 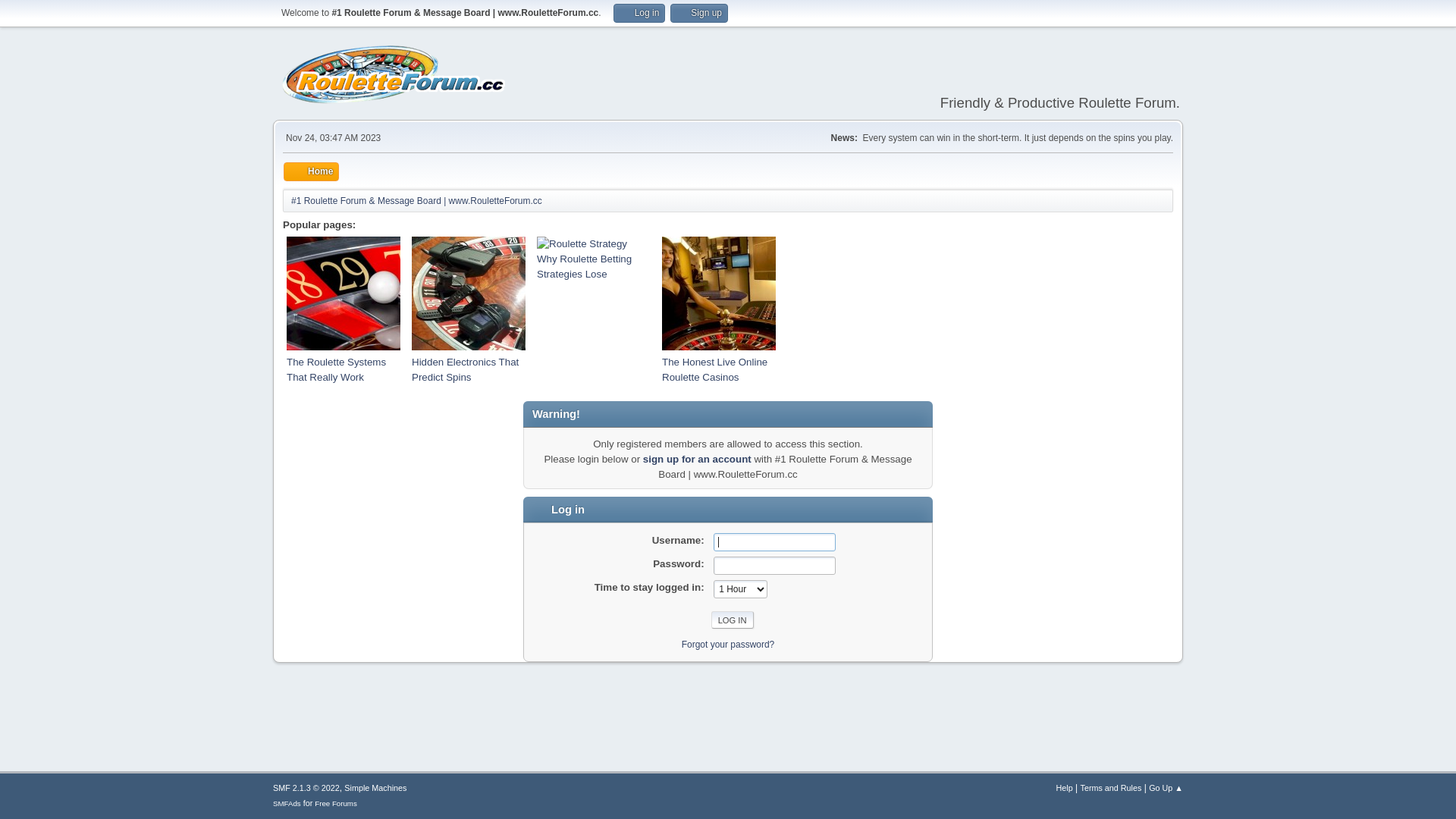 I want to click on '#1 Roulette Forum & Message Board | www.RouletteForum.cc', so click(x=416, y=197).